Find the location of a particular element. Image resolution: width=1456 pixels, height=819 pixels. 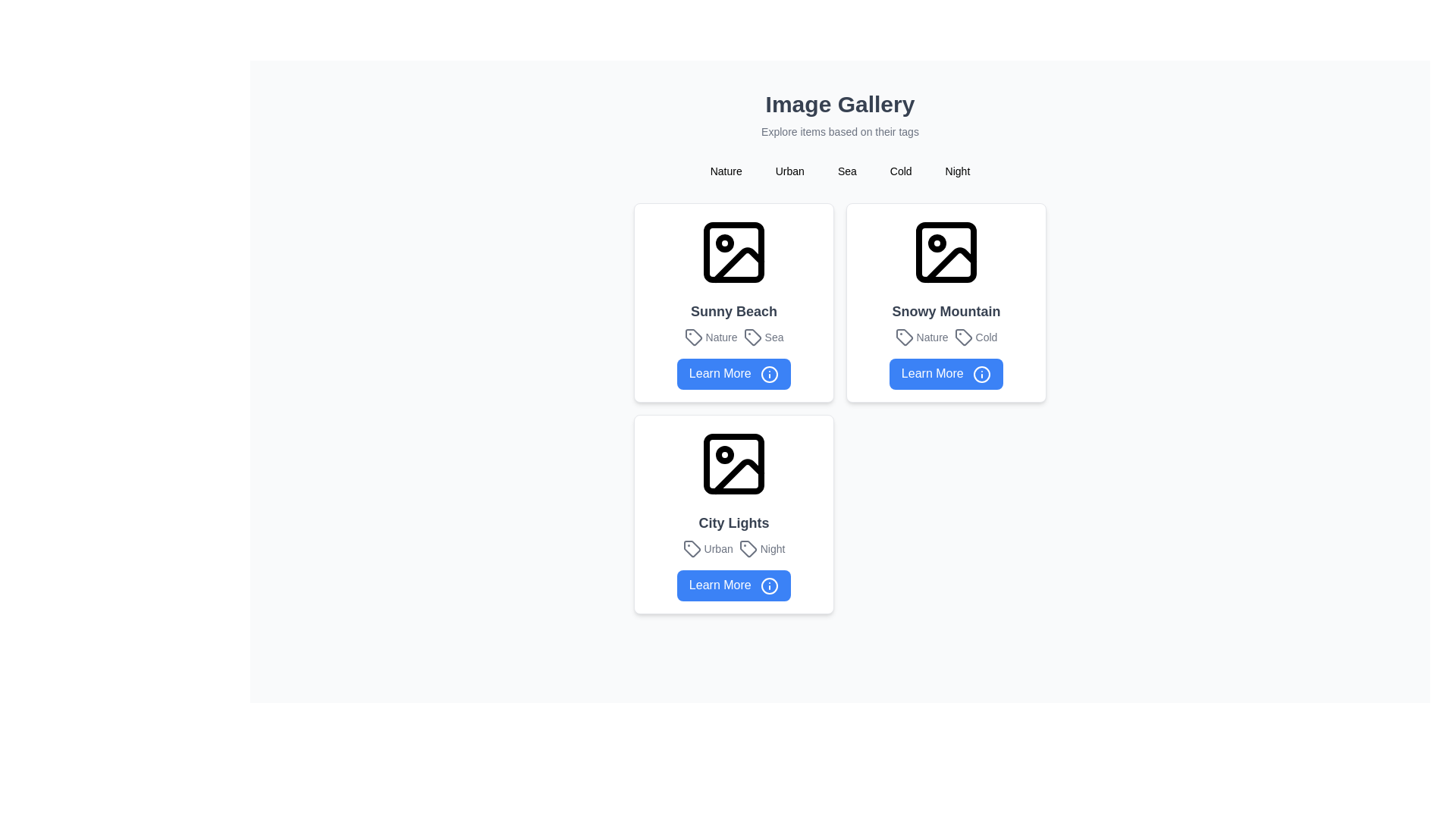

the blue rectangular button labeled 'Learn More' with an information icon, located in the upper-right card of the 'Snowy Mountain' interface grid is located at coordinates (946, 374).